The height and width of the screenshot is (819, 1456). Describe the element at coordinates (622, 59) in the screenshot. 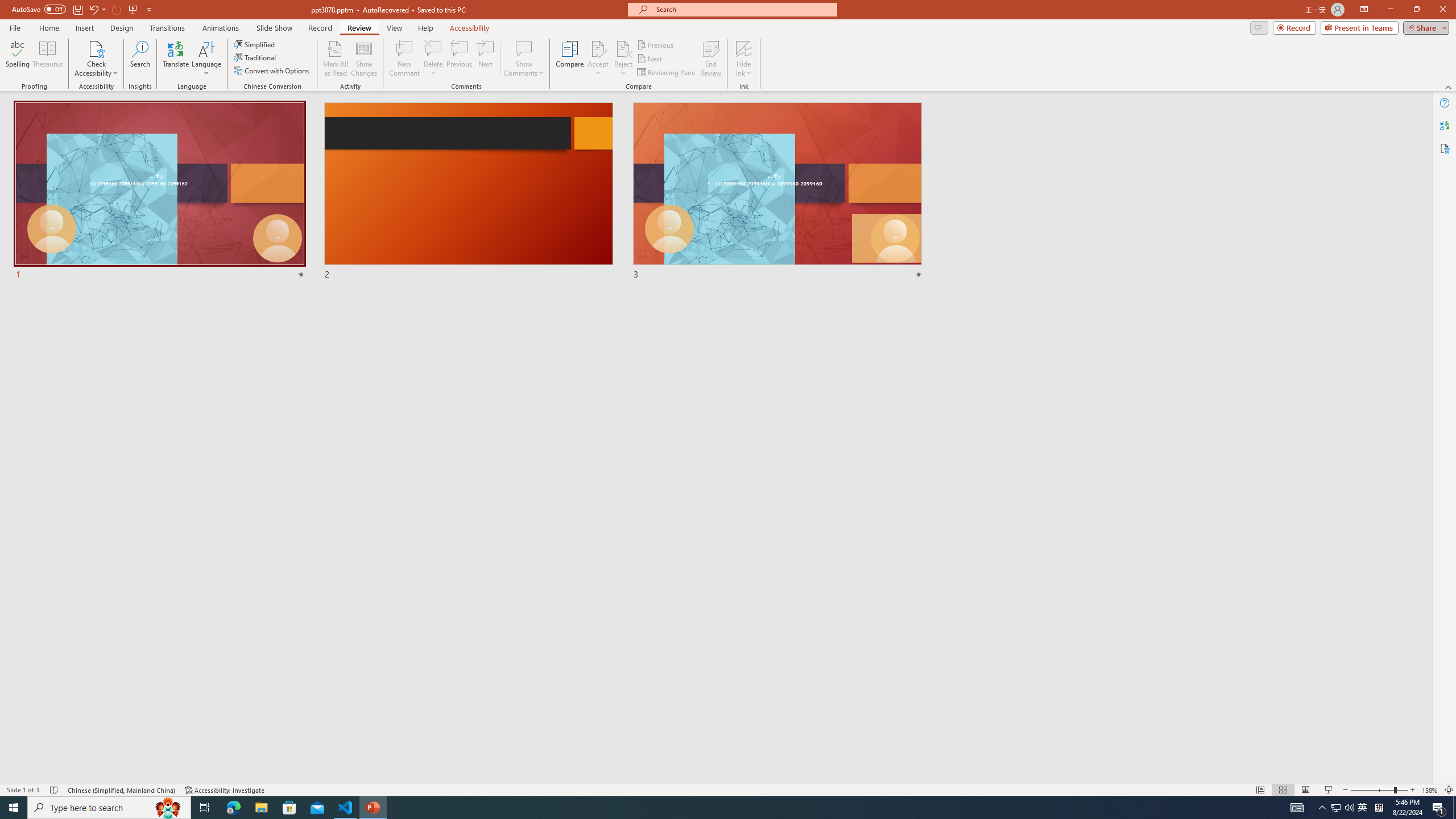

I see `'Reject'` at that location.